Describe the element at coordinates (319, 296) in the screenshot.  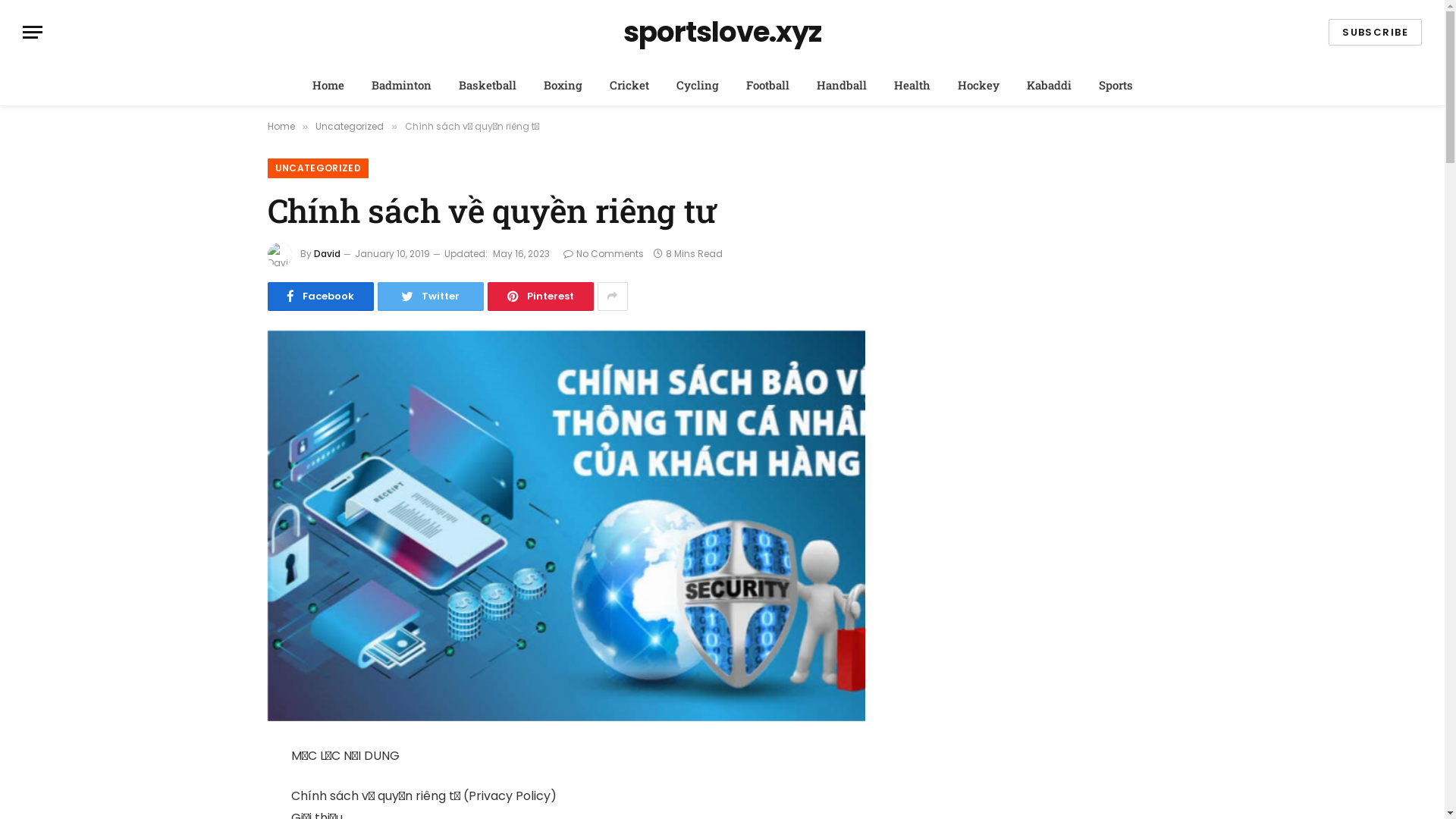
I see `'Facebook'` at that location.